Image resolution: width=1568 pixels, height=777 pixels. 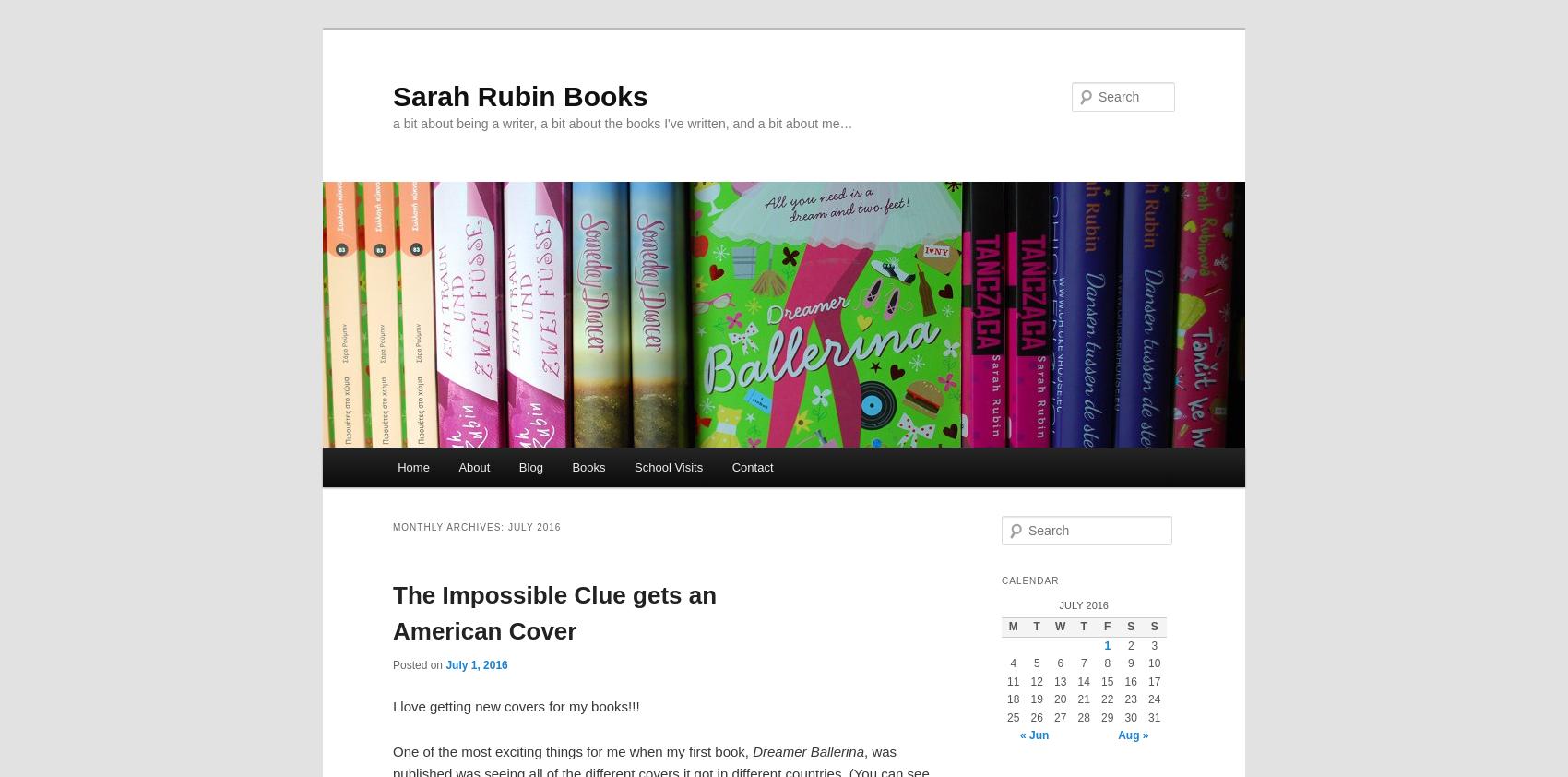 I want to click on '10', so click(x=1153, y=663).